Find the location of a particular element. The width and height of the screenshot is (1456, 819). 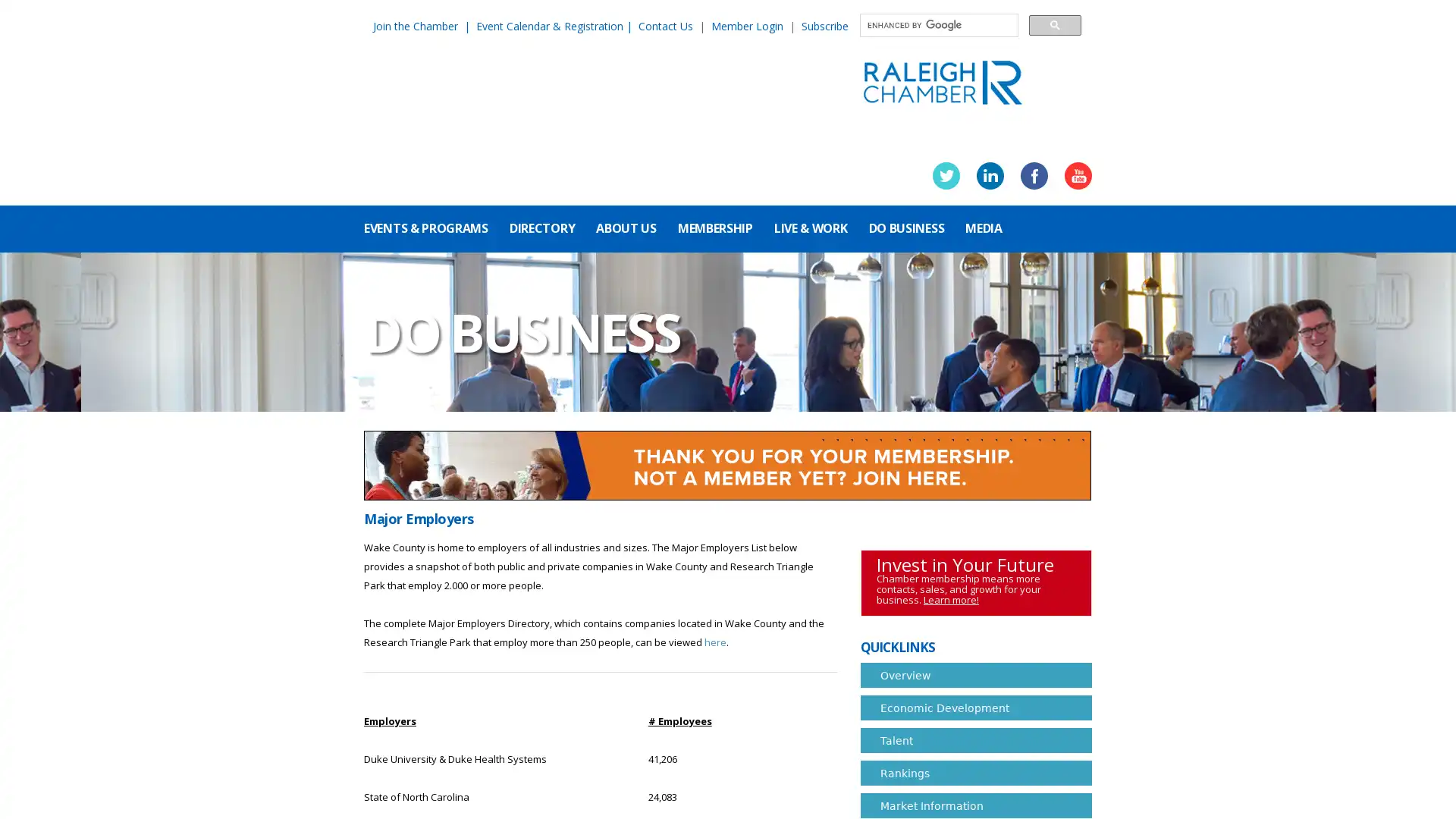

search is located at coordinates (1054, 24).